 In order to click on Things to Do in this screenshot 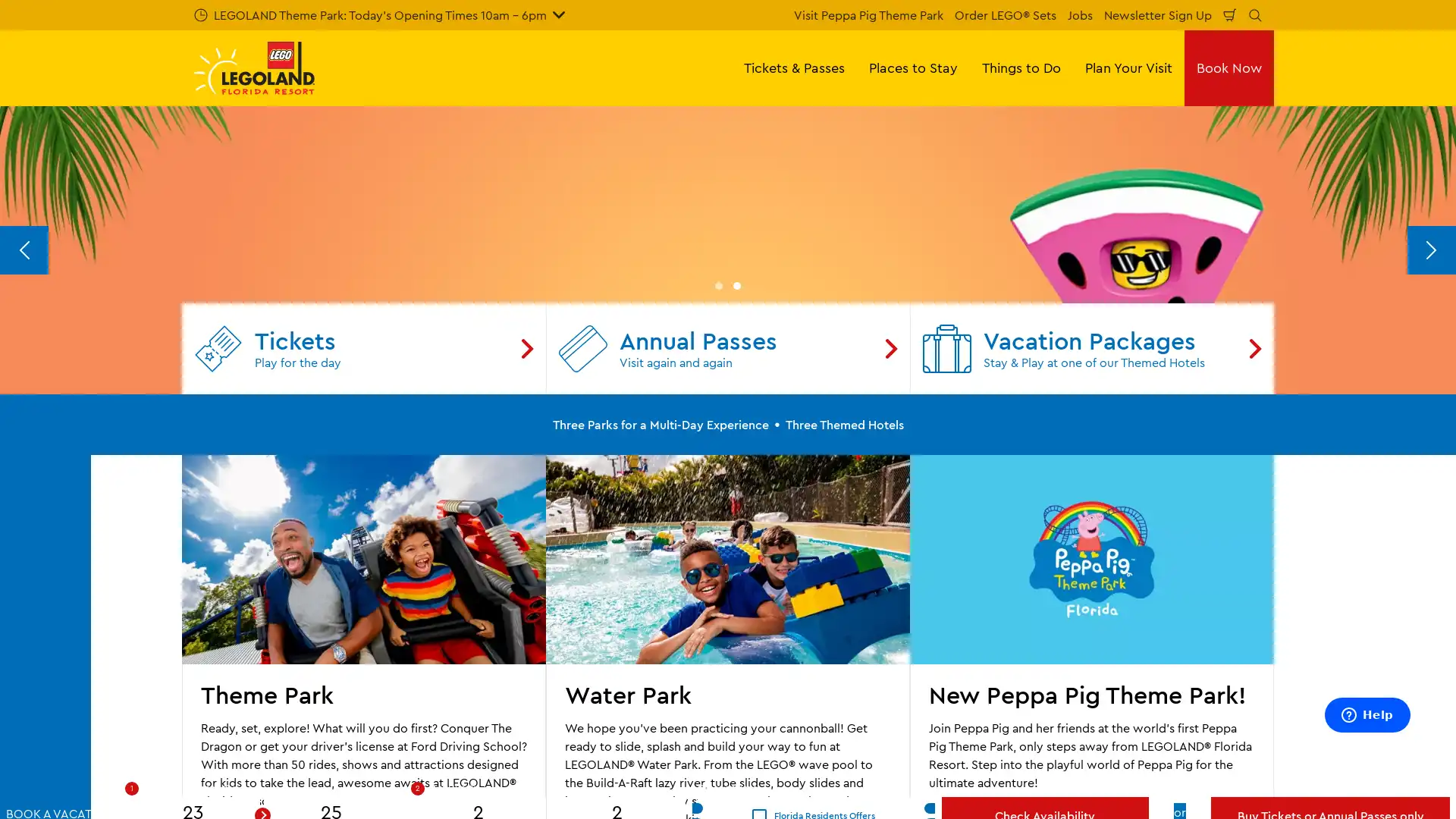, I will do `click(1021, 67)`.